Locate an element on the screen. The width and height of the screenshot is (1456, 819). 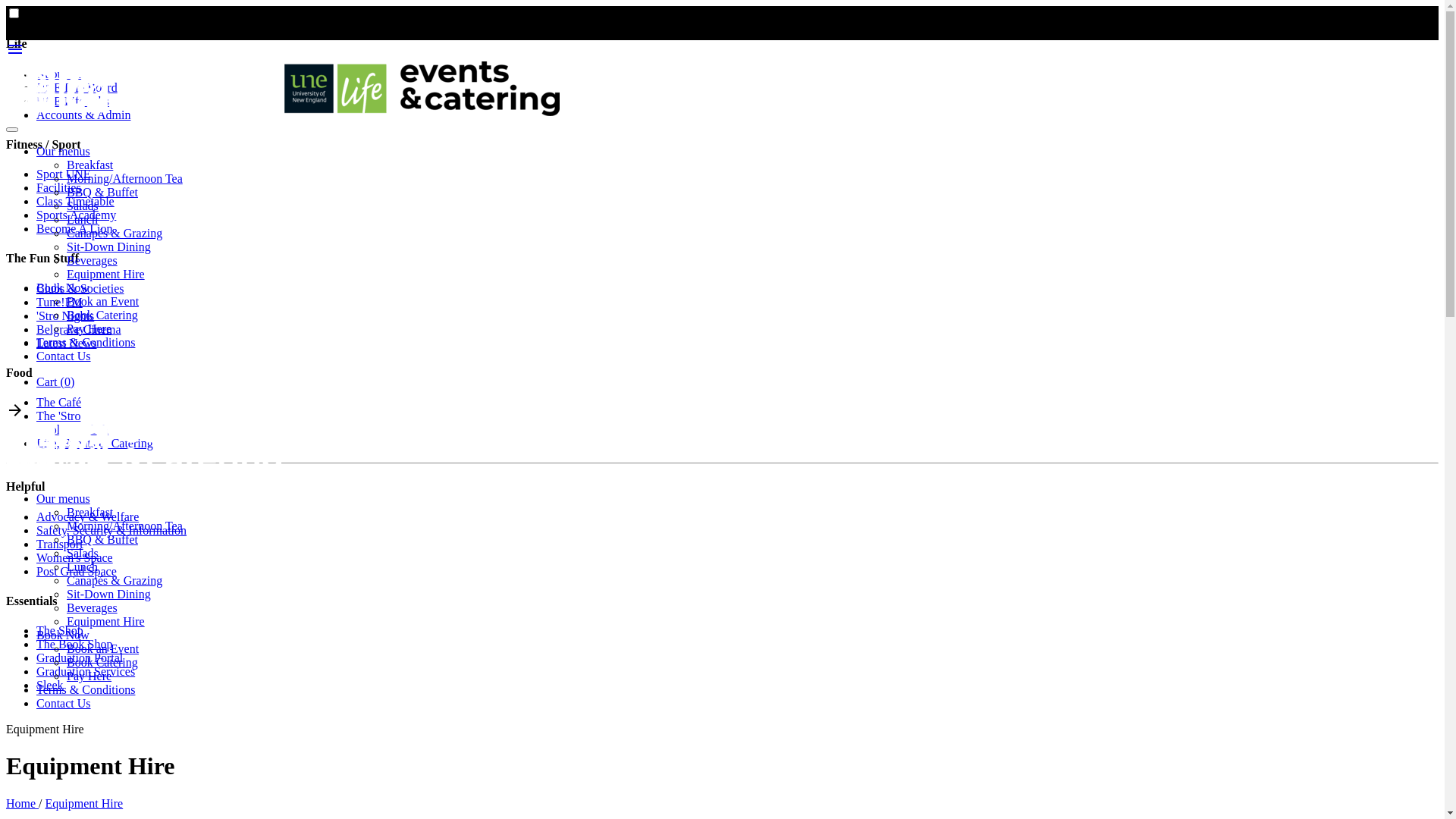
'Belgrave Cinema' is located at coordinates (78, 328).